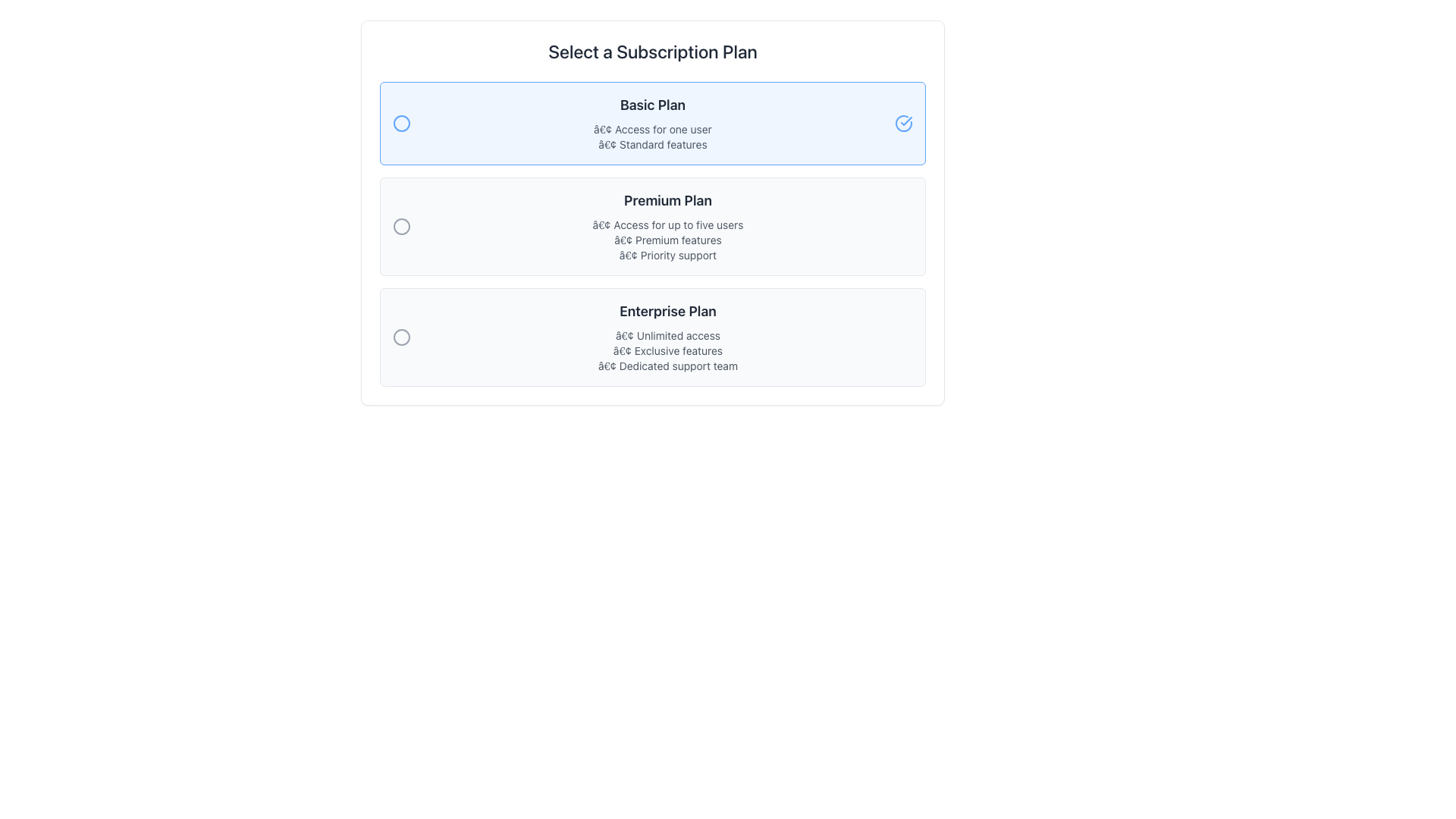 This screenshot has height=819, width=1456. Describe the element at coordinates (667, 254) in the screenshot. I see `the text element displaying '• Priority support,' which is the last item in the bulleted list under the 'Premium Plan' panel` at that location.